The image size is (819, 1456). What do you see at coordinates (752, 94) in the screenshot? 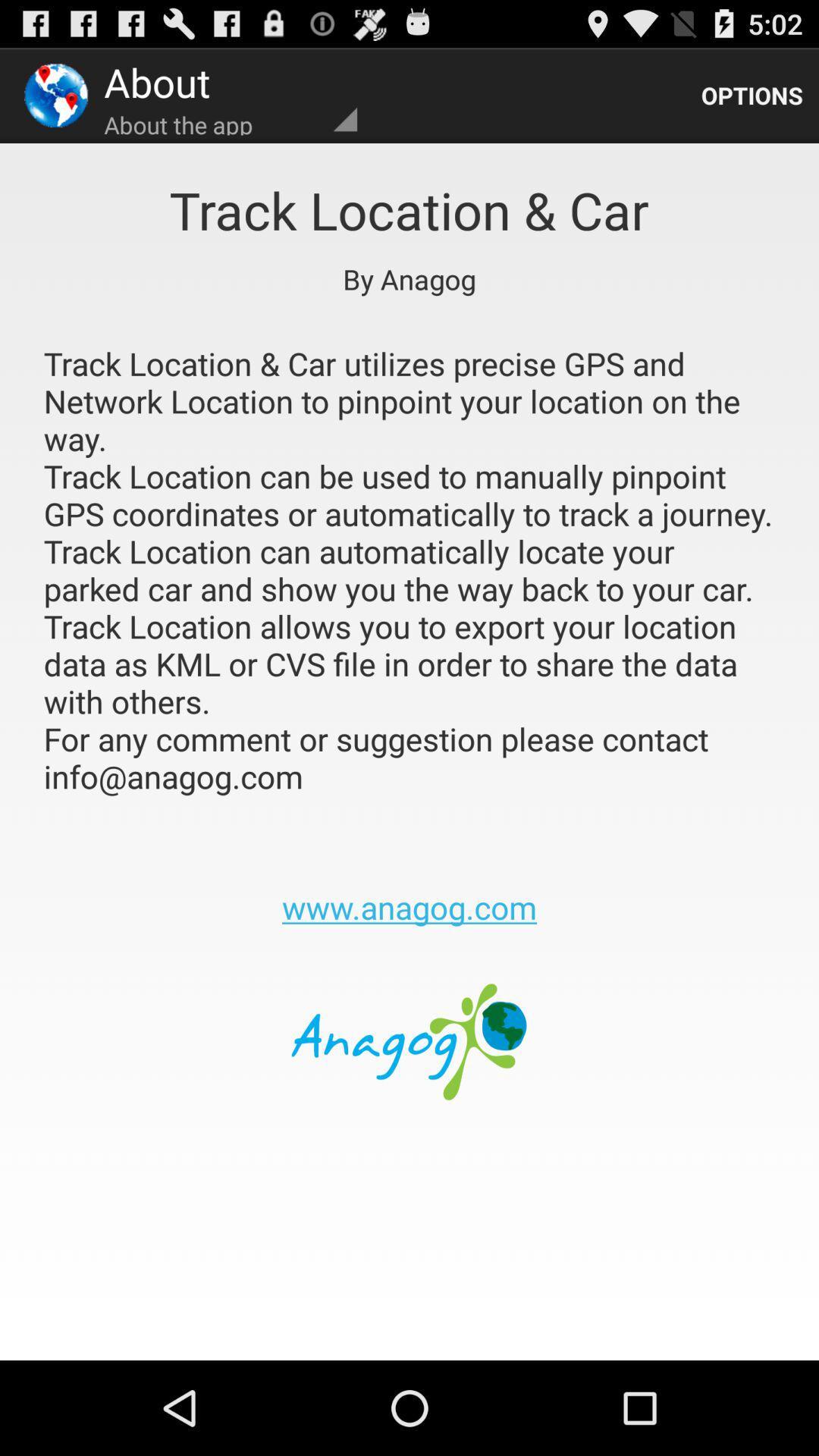
I see `the options item` at bounding box center [752, 94].